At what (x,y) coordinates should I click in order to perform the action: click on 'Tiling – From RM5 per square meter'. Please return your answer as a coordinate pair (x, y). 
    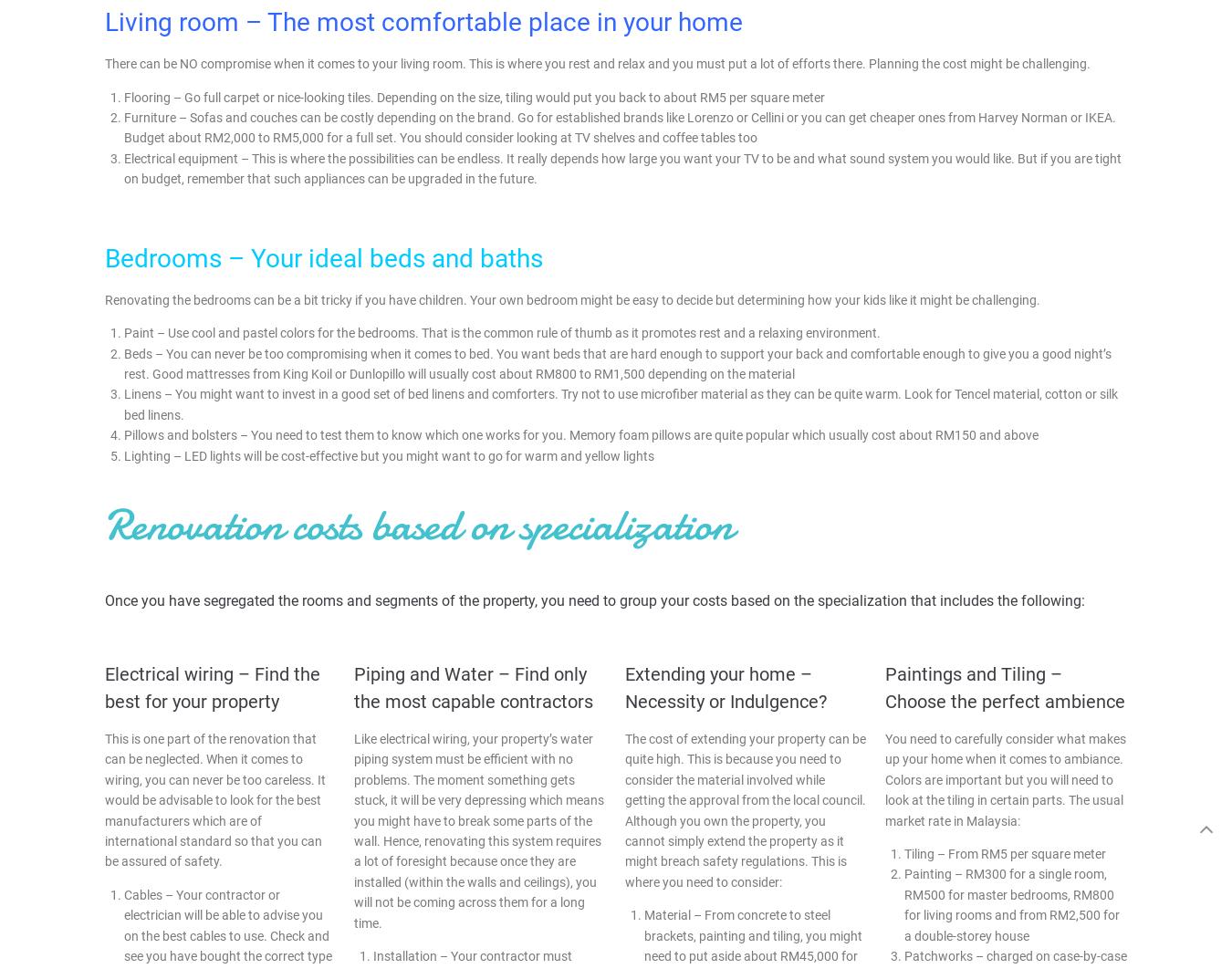
    Looking at the image, I should click on (1004, 853).